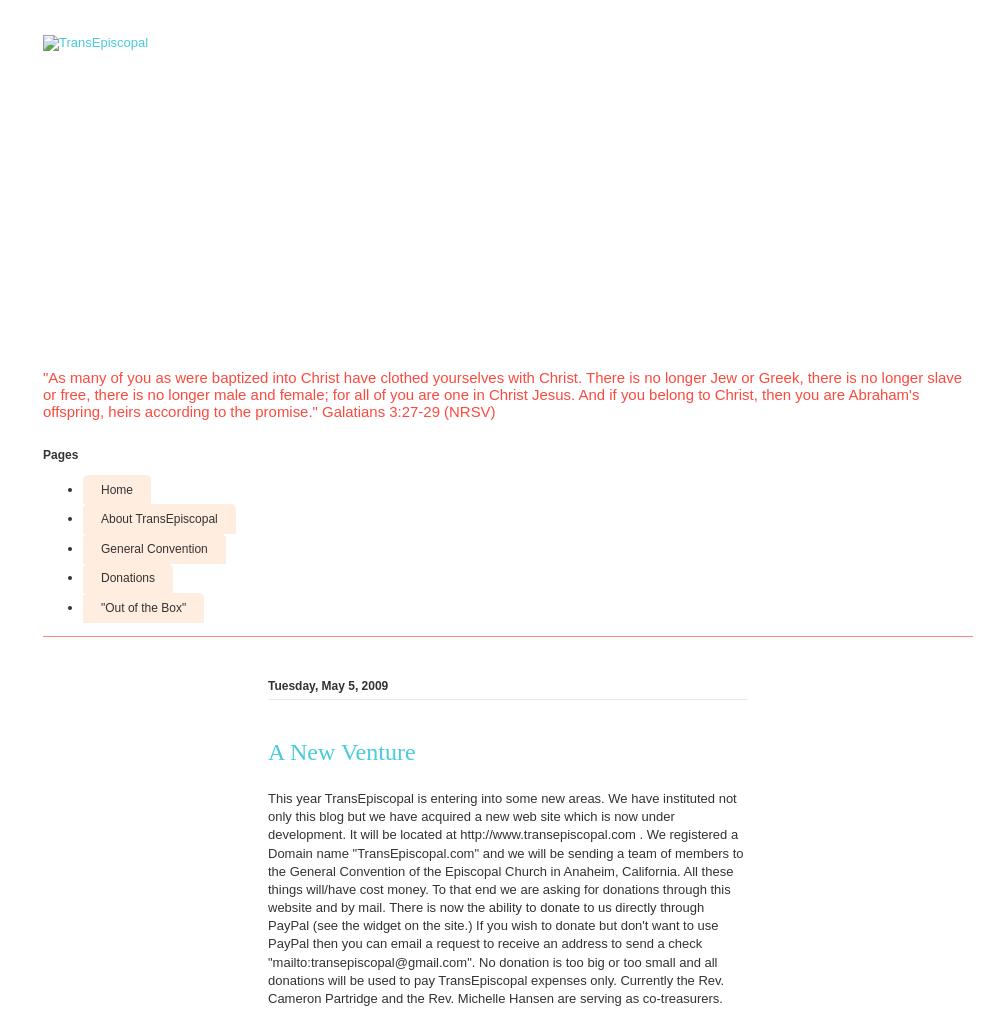 This screenshot has height=1023, width=1008. Describe the element at coordinates (502, 392) in the screenshot. I see `'"As many of you as were baptized into Christ have clothed yourselves
with Christ. There is no longer Jew or Greek, there is no longer slave
or free, there is no longer male and female; for all of you are one in
Christ Jesus. And if you belong to Christ, then you are Abraham's
offspring, heirs according to the promise." Galatians 3:27-29 (NRSV)'` at that location.